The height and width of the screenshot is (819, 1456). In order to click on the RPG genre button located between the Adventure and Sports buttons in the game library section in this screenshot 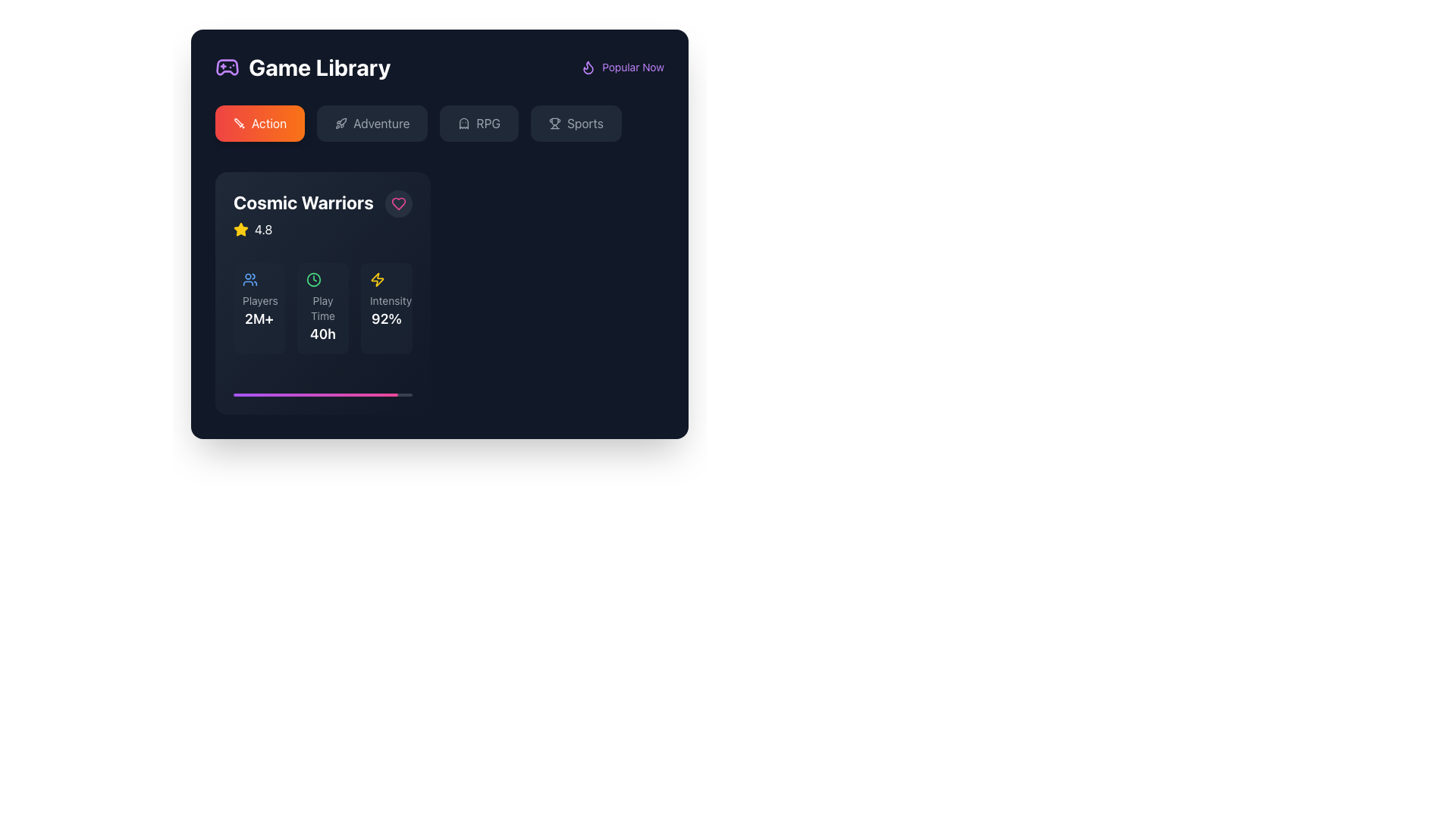, I will do `click(479, 122)`.